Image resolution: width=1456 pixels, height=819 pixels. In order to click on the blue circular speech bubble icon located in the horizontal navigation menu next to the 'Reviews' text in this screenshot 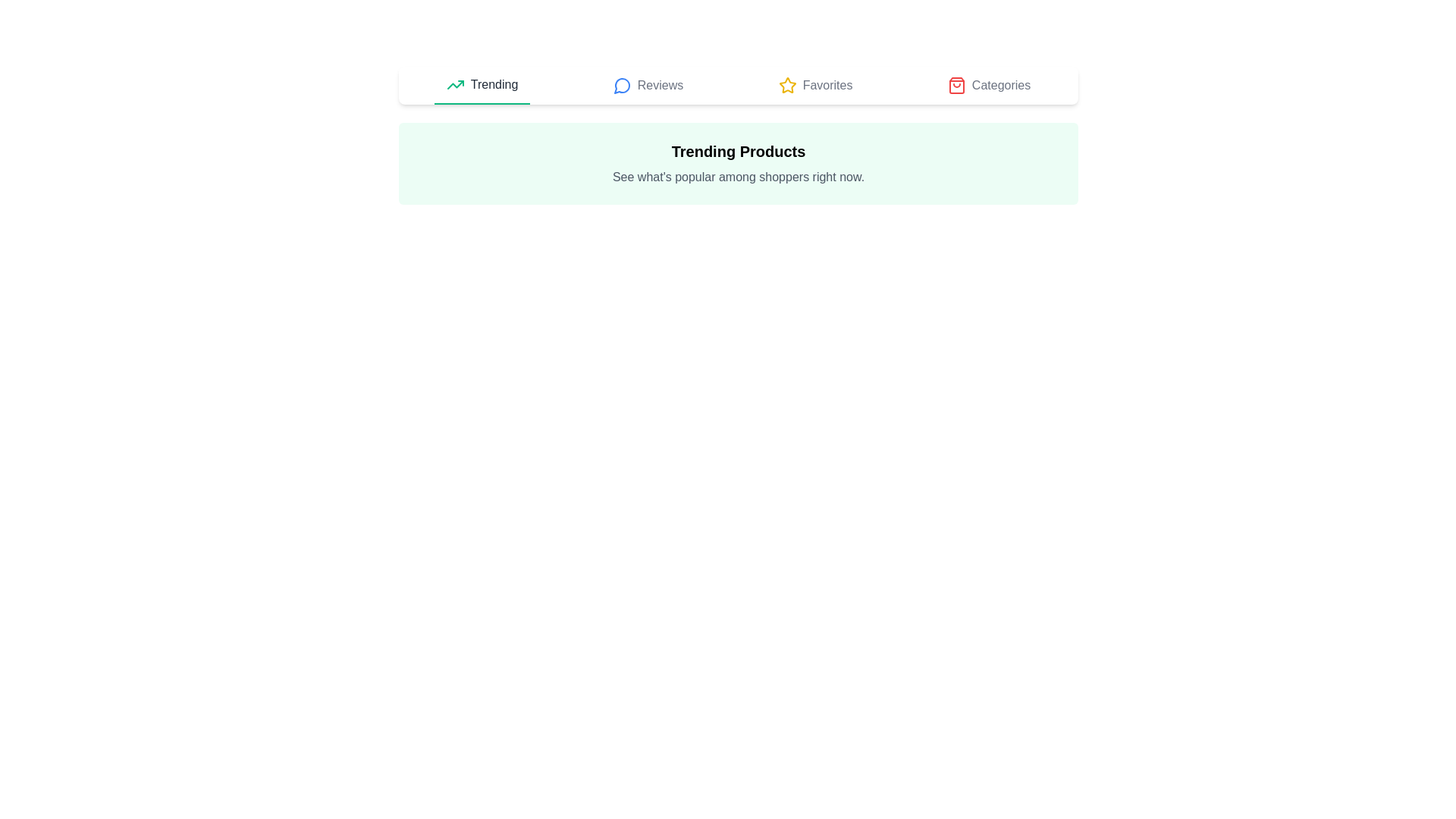, I will do `click(622, 85)`.